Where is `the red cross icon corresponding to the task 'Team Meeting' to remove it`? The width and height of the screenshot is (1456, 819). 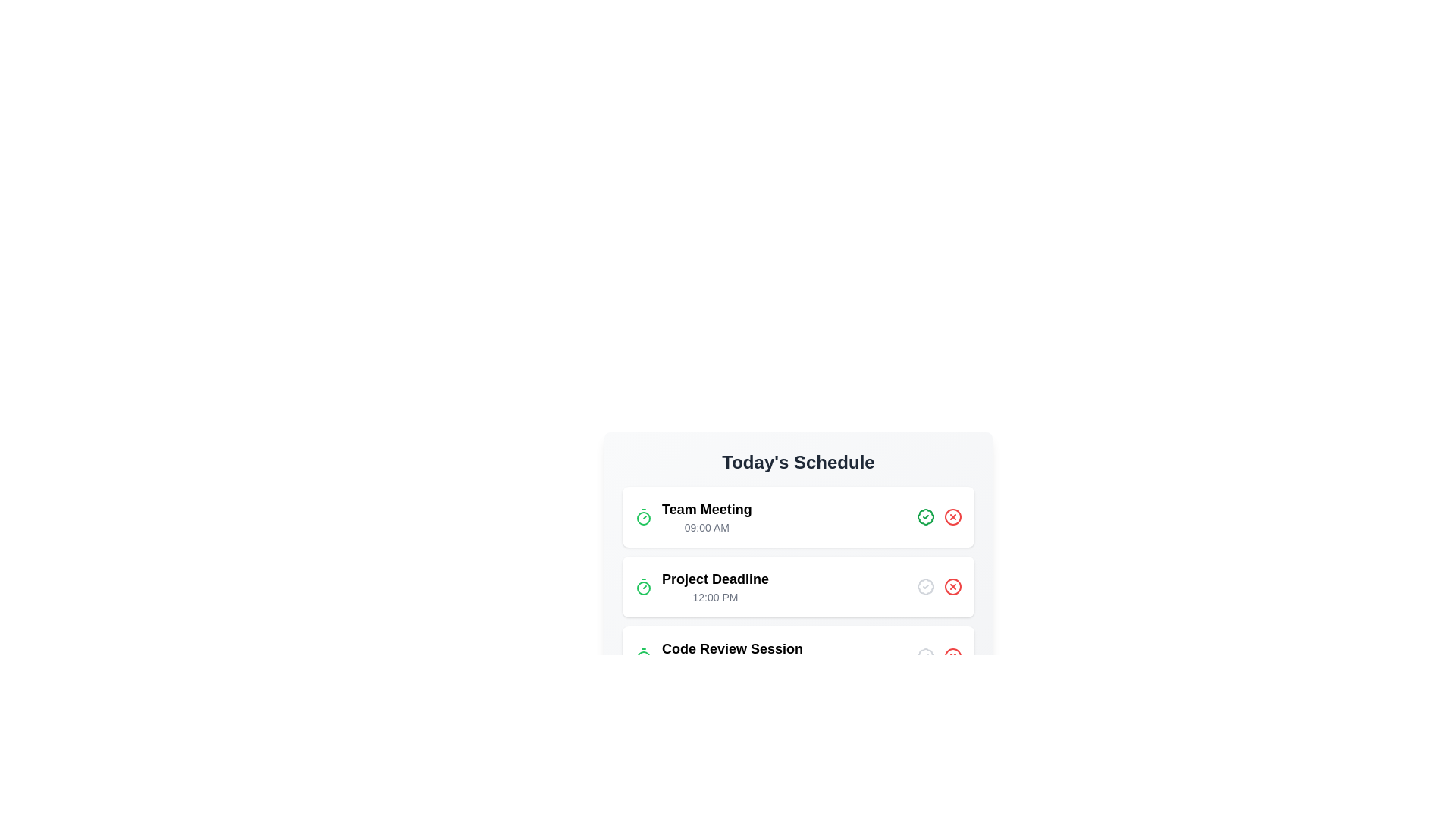
the red cross icon corresponding to the task 'Team Meeting' to remove it is located at coordinates (952, 516).